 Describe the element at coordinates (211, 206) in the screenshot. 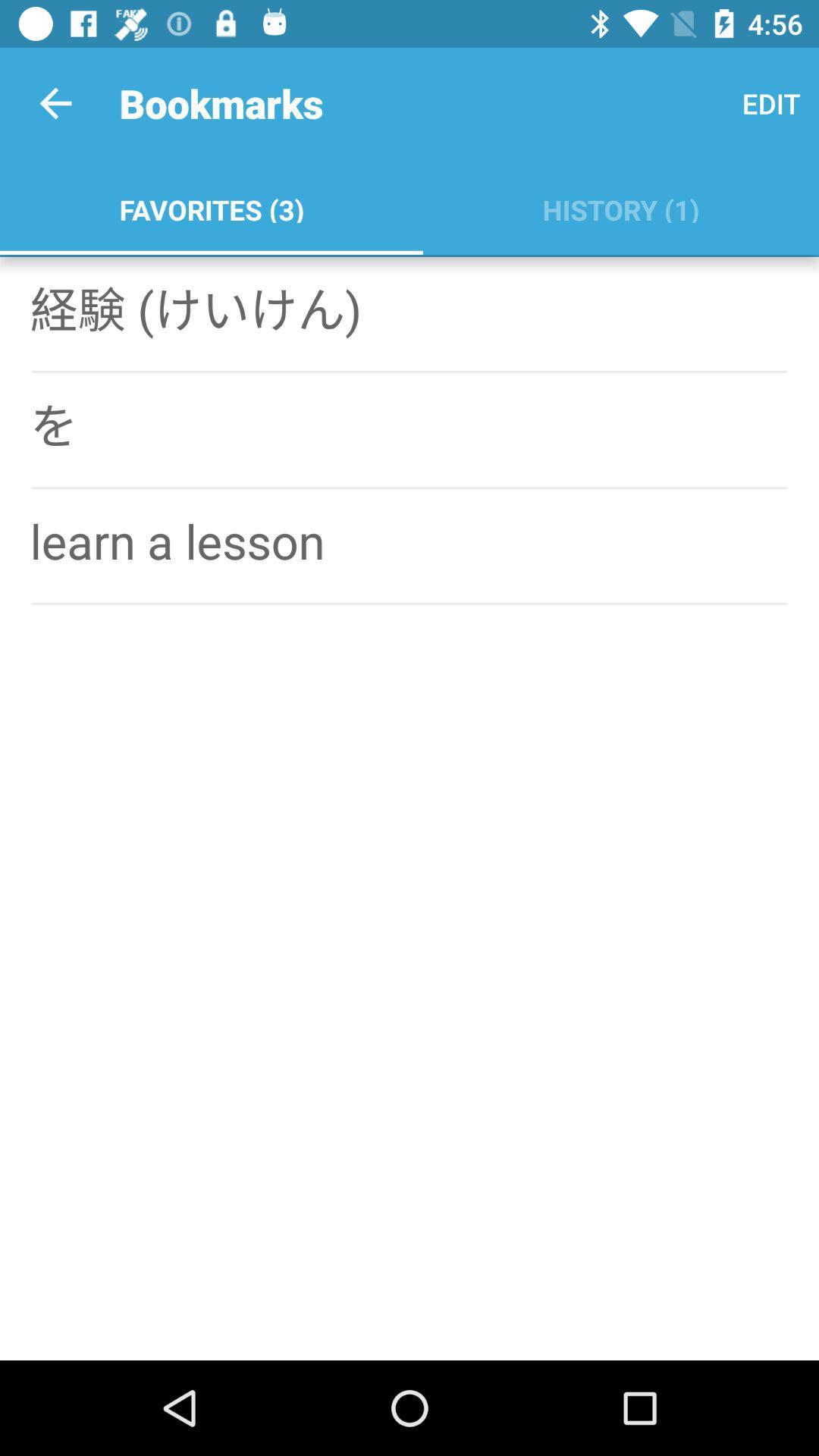

I see `the icon next to the history (1)` at that location.